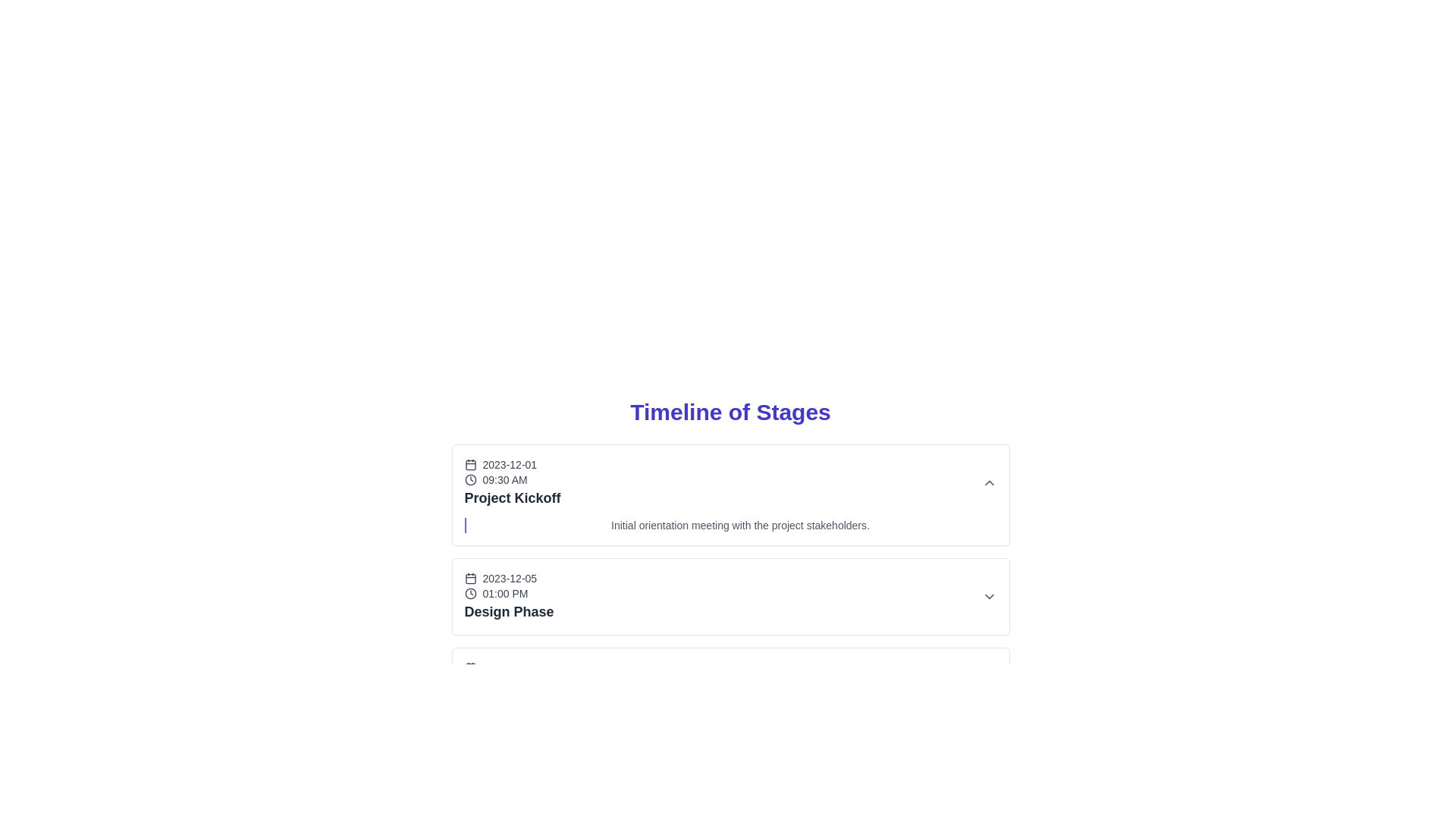  Describe the element at coordinates (730, 595) in the screenshot. I see `information displayed in the timeline entry for the 'Design Phase' scheduled for December 5th, 2023, at 1:00 PM, which is the second entry in the list below 'Project Kickoff'` at that location.